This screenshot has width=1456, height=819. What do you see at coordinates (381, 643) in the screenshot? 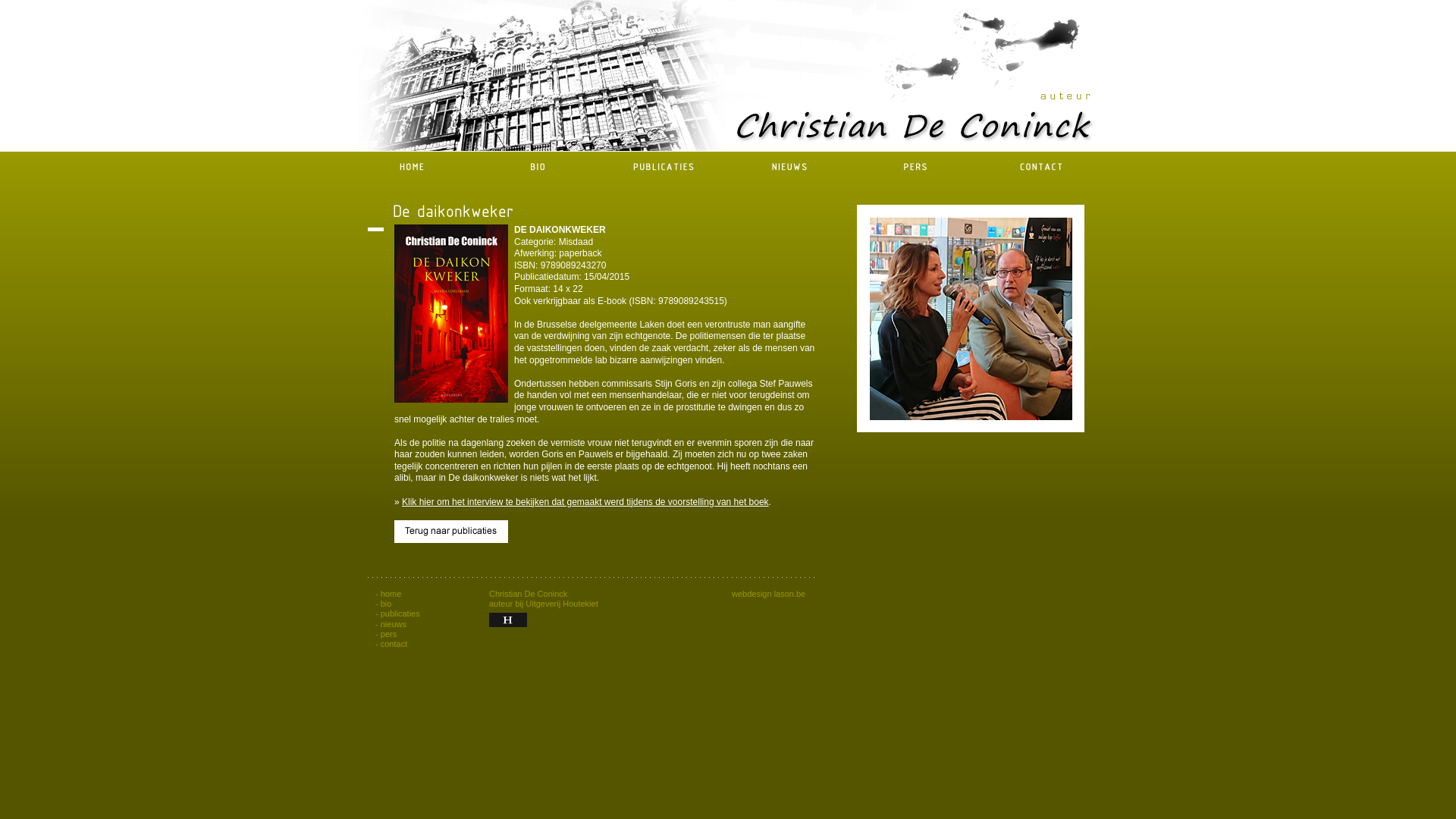
I see `'contact'` at bounding box center [381, 643].